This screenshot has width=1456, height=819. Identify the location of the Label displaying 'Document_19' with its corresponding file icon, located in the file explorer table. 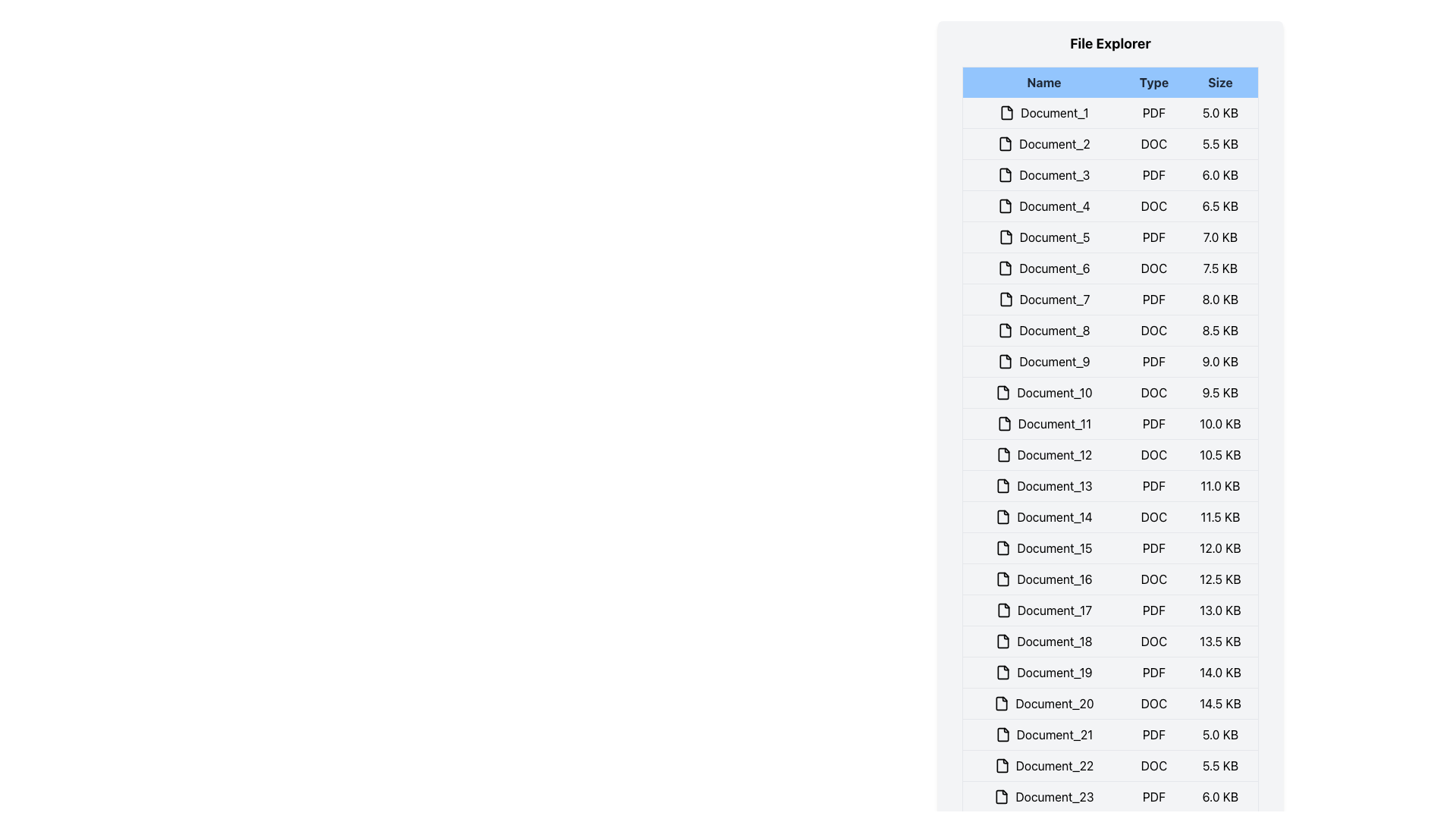
(1043, 672).